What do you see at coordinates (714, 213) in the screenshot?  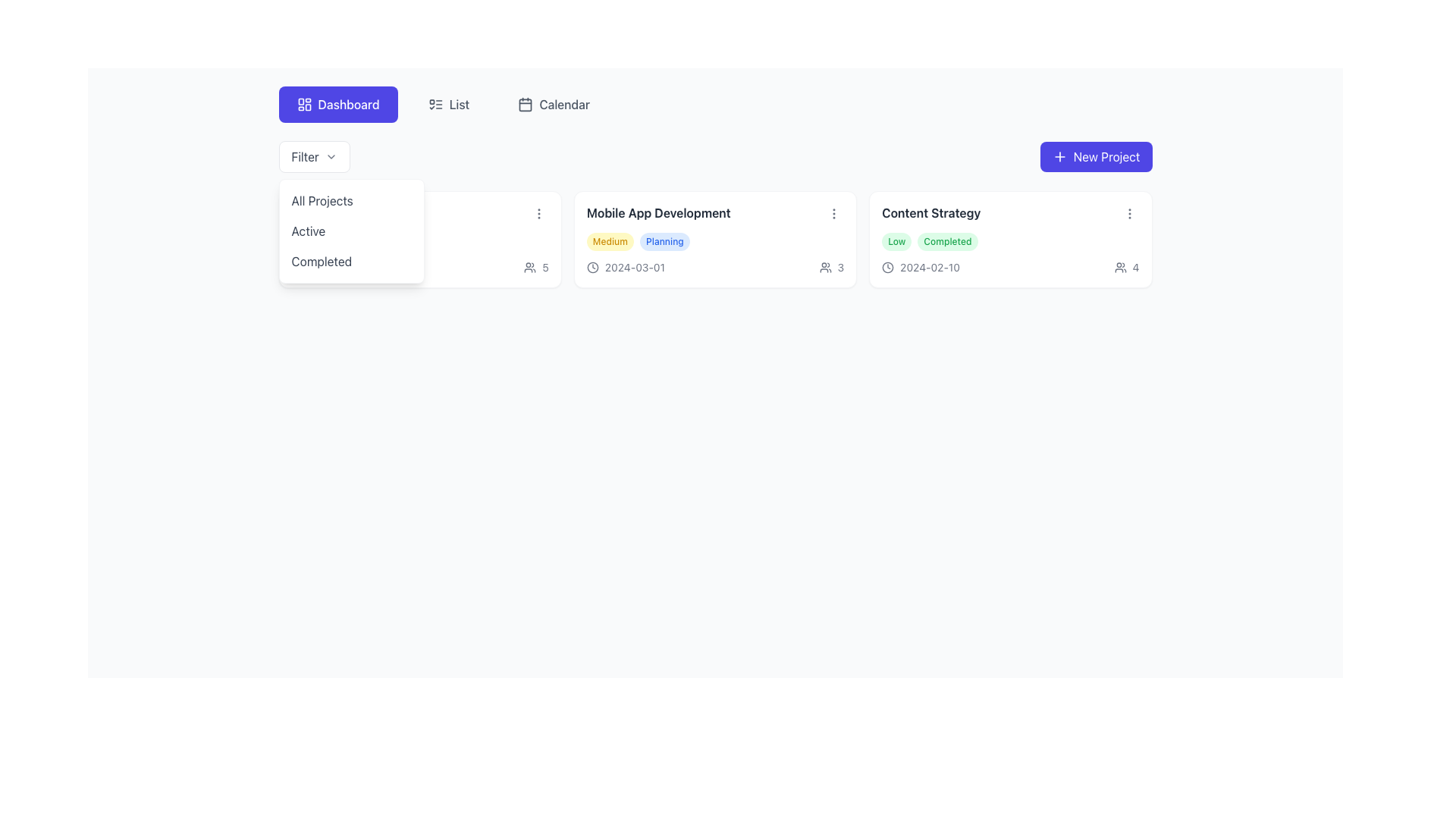 I see `the project title text label located at the top of the first project card on the main dashboard` at bounding box center [714, 213].